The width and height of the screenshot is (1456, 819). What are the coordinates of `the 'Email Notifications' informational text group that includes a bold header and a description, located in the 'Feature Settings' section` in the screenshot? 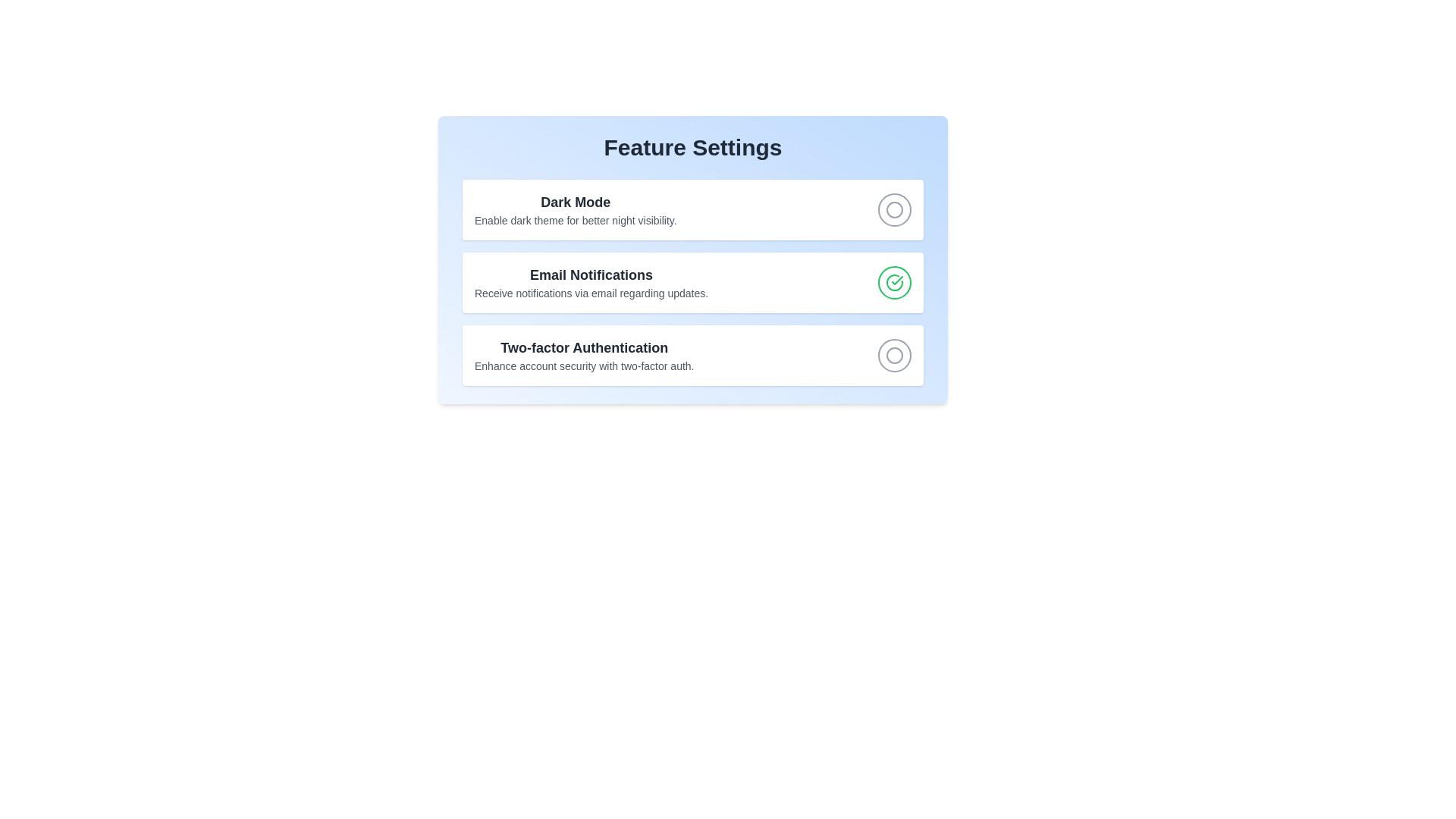 It's located at (591, 283).